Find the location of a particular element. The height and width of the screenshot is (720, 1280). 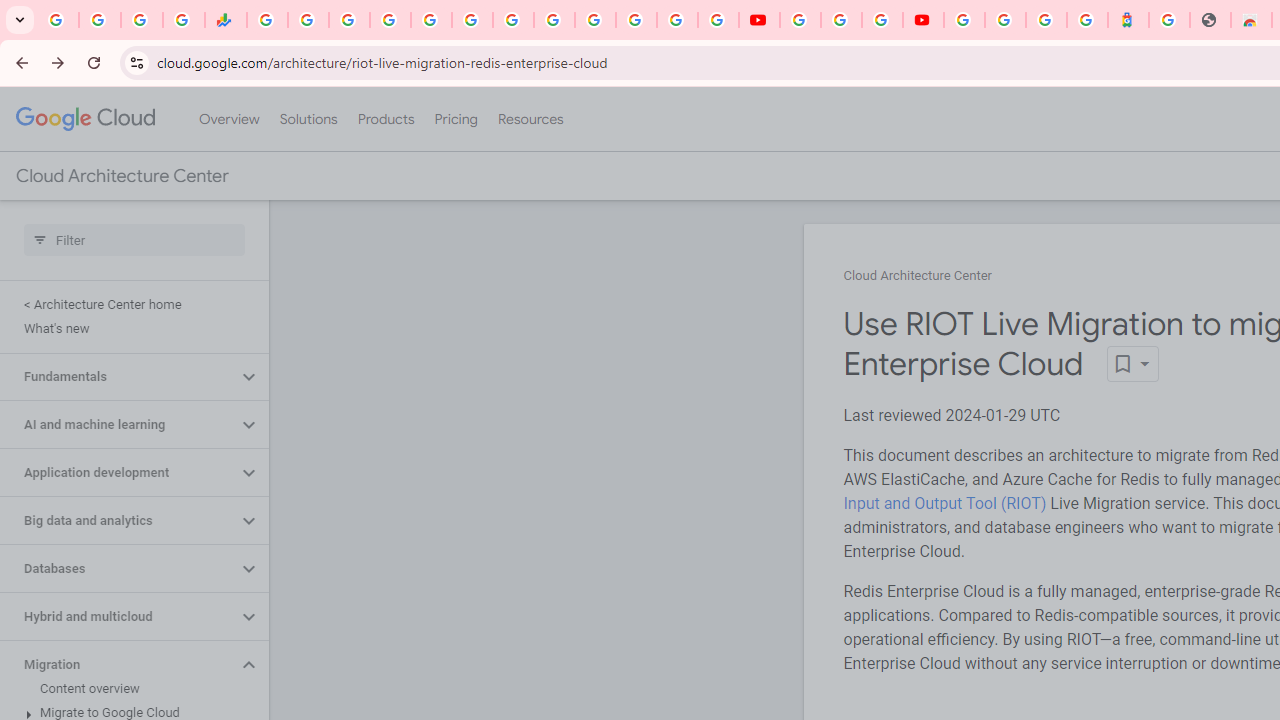

'Fundamentals' is located at coordinates (117, 376).